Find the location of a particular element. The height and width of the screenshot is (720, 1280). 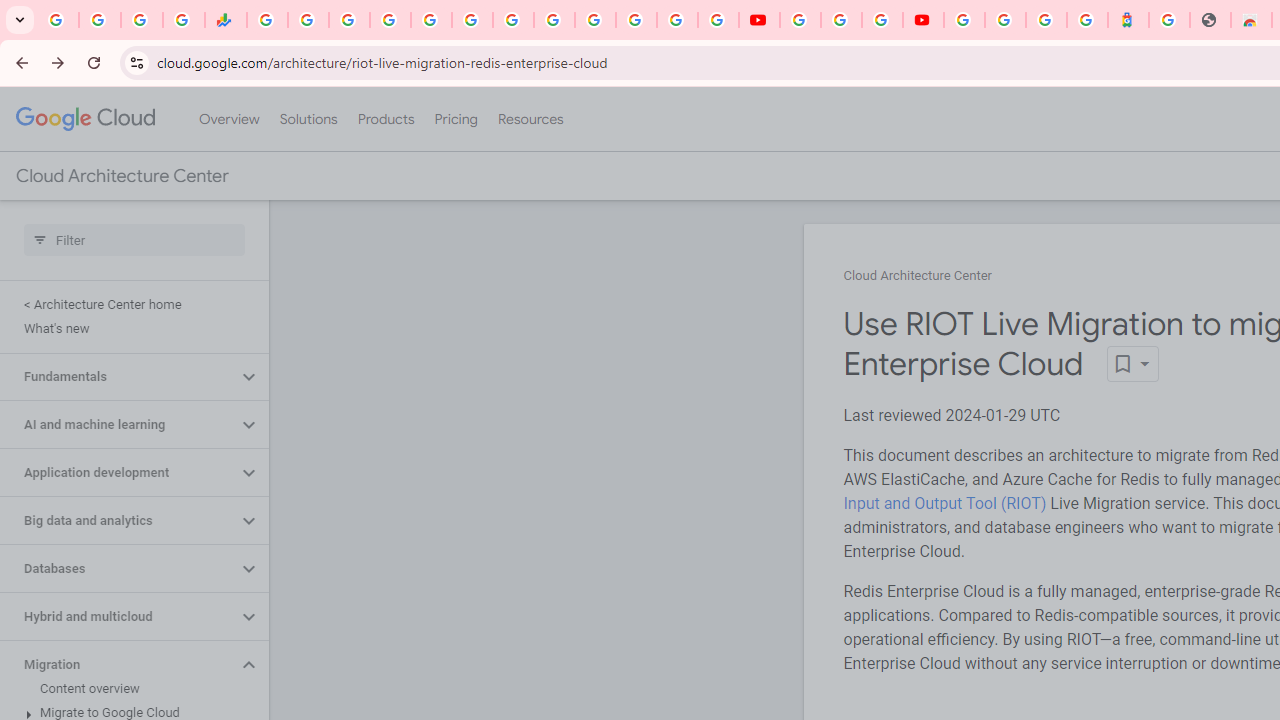

'Fundamentals' is located at coordinates (117, 376).